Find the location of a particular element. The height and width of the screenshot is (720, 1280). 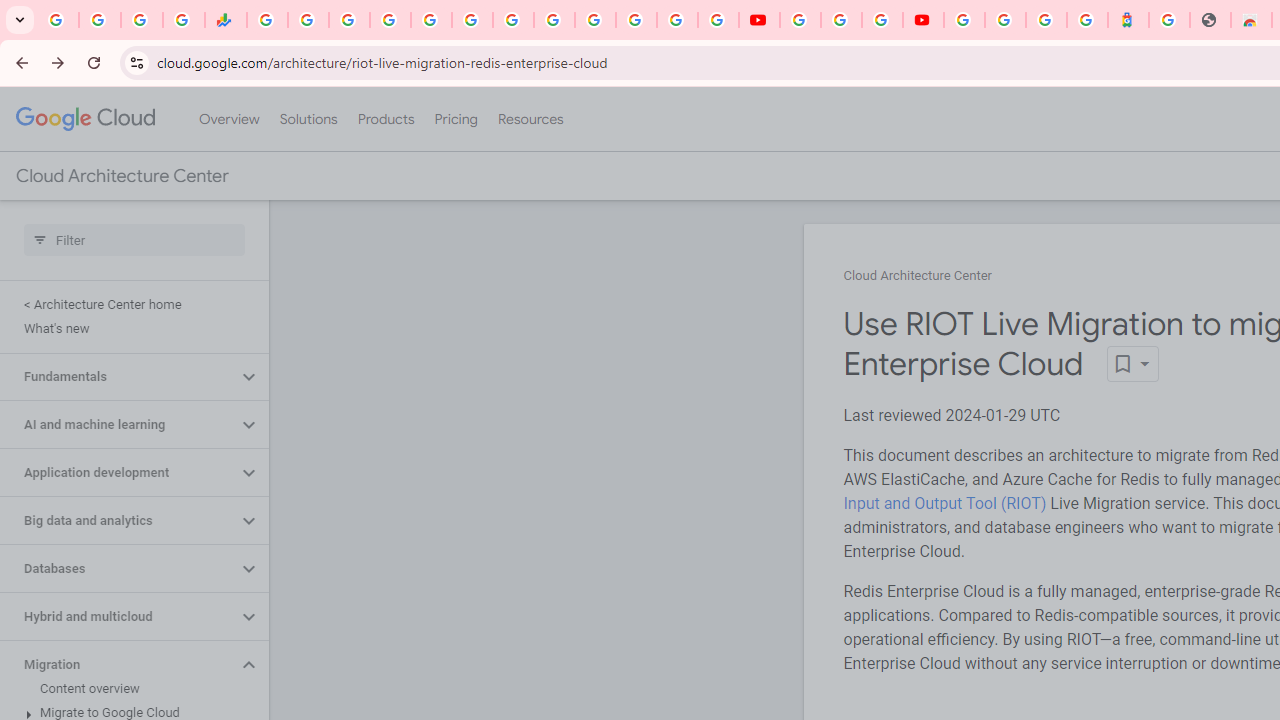

'Fundamentals' is located at coordinates (117, 376).